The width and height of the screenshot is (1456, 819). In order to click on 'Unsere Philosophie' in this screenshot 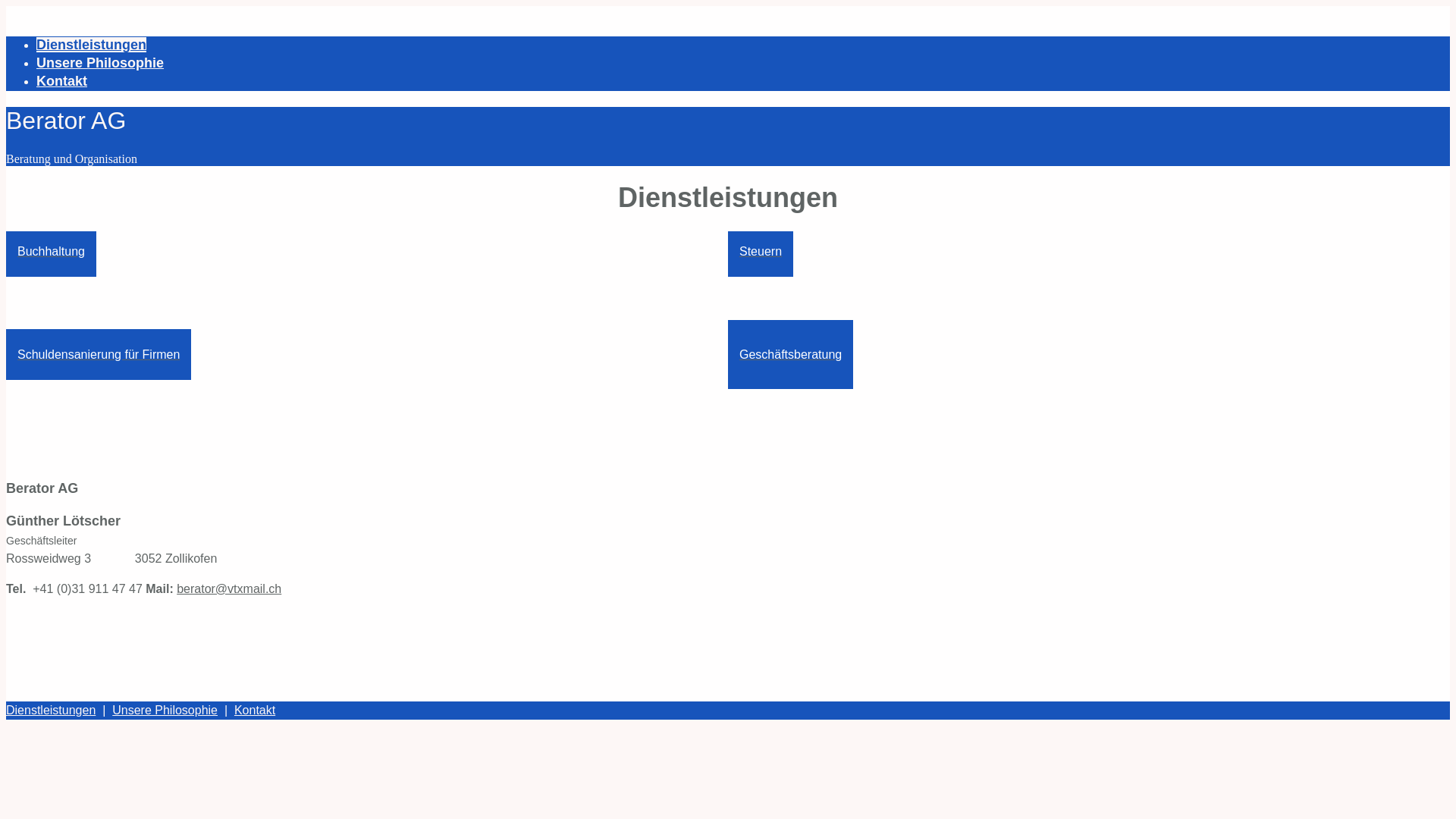, I will do `click(165, 710)`.